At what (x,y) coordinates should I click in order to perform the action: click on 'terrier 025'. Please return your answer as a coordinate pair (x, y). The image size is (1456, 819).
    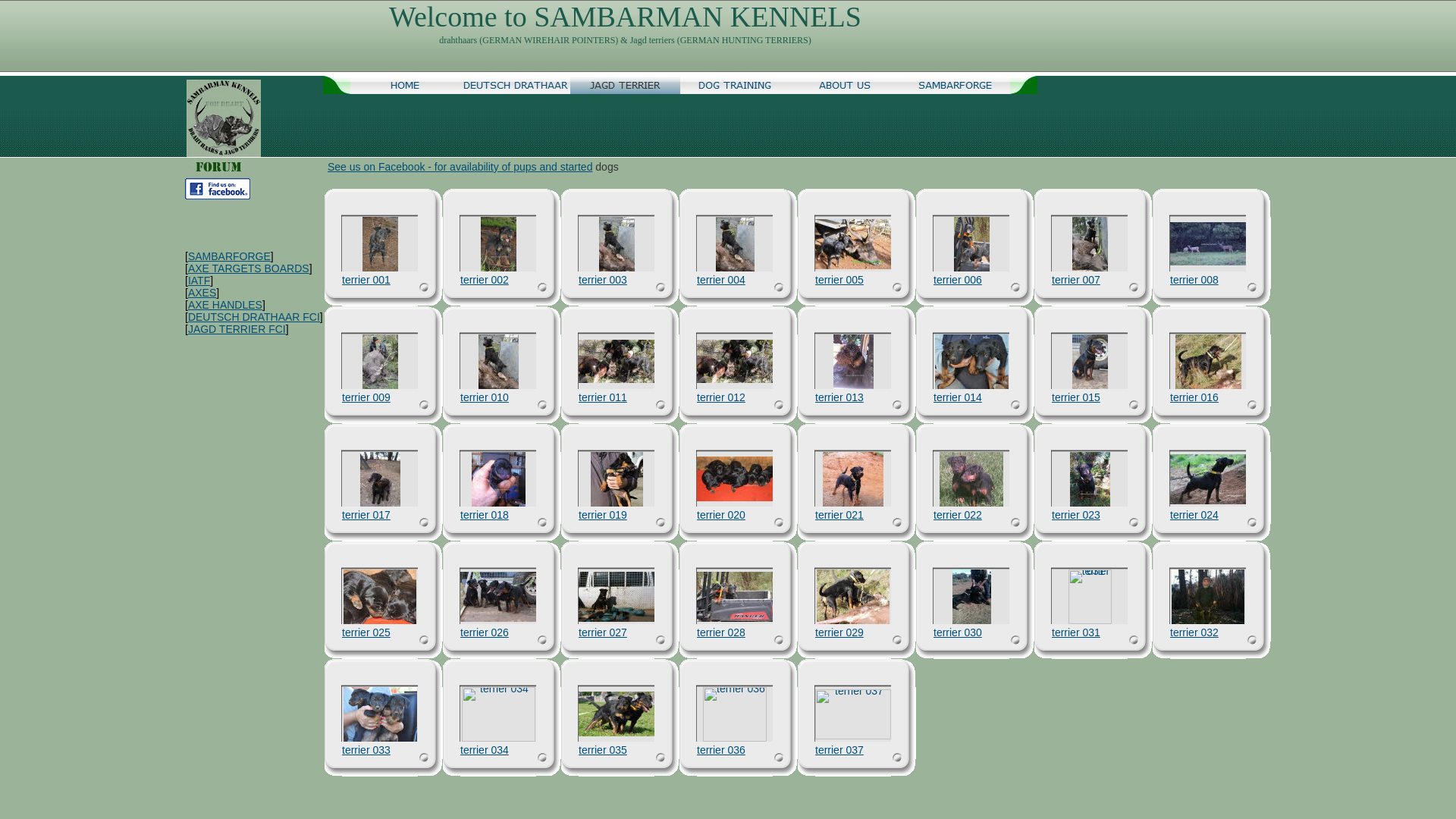
    Looking at the image, I should click on (379, 595).